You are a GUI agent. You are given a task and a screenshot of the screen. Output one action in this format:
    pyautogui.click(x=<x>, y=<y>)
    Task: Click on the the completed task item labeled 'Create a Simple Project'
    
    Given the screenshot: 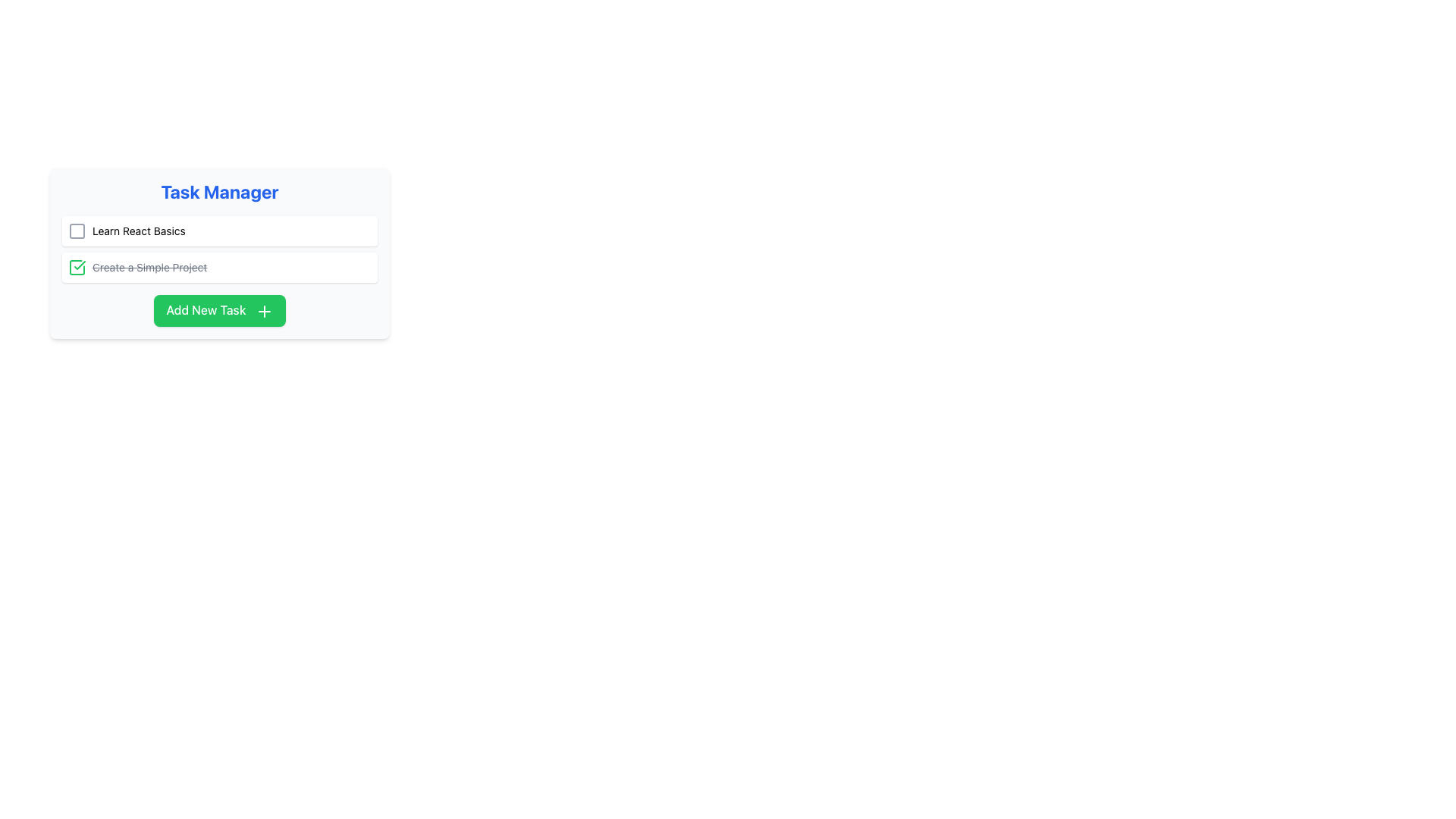 What is the action you would take?
    pyautogui.click(x=218, y=267)
    